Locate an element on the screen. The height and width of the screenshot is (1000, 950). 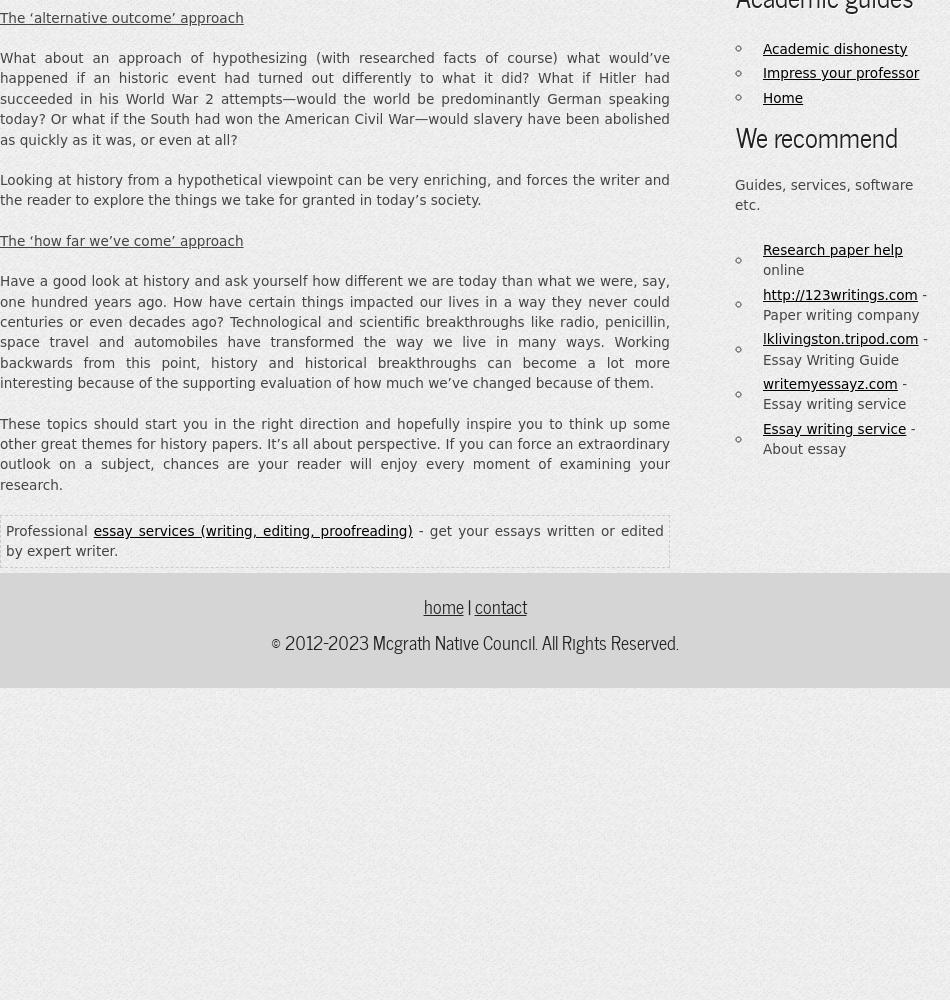
'- Essay Writing Guide' is located at coordinates (844, 348).